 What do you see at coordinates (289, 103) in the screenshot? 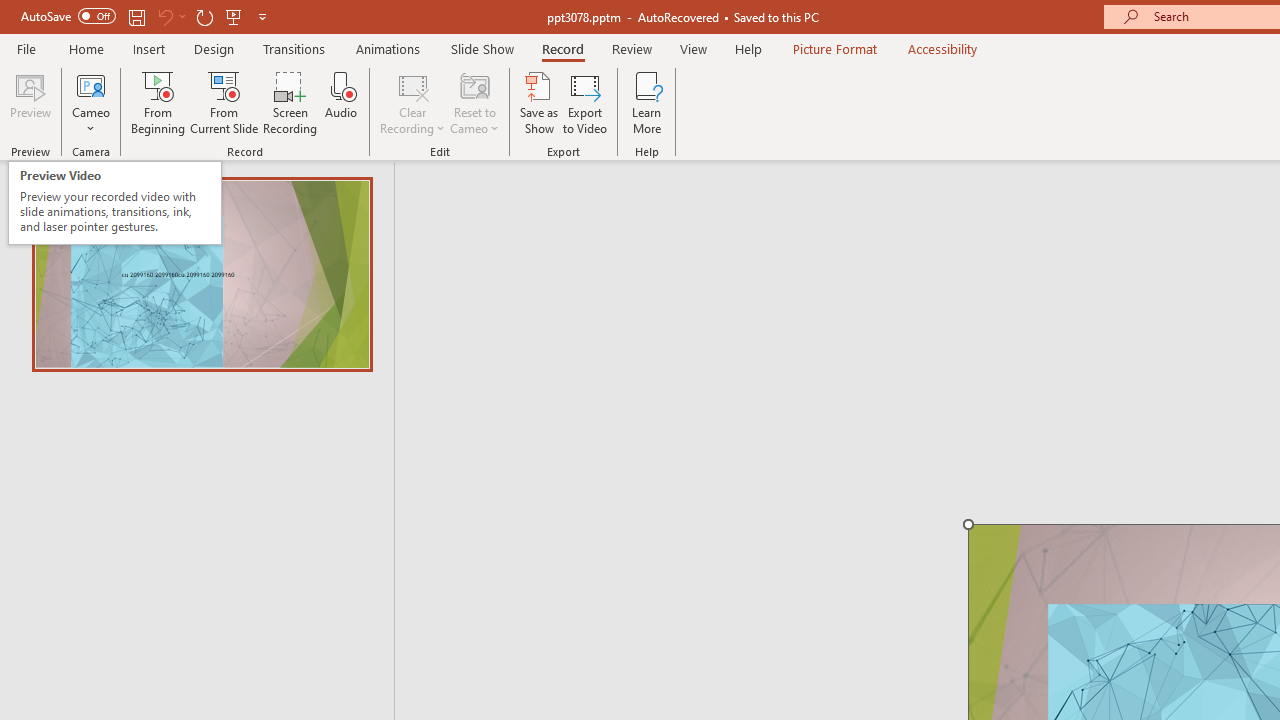
I see `'Screen Recording'` at bounding box center [289, 103].